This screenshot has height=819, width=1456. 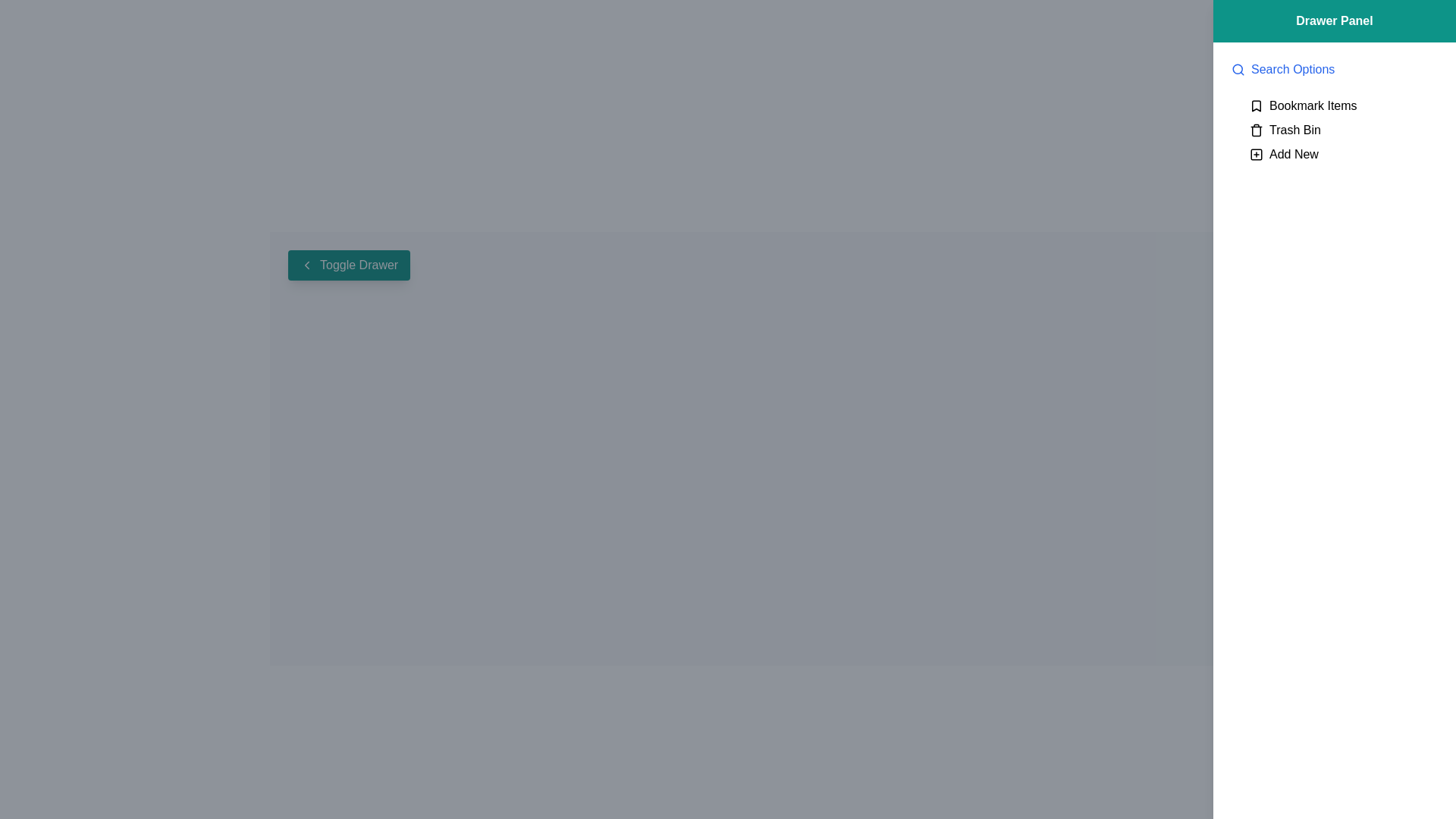 What do you see at coordinates (1293, 155) in the screenshot?
I see `the 'Add New' text label, which is styled in black font and positioned at the bottom of the right-hand panel, aligned with a plus sign icon to its left` at bounding box center [1293, 155].